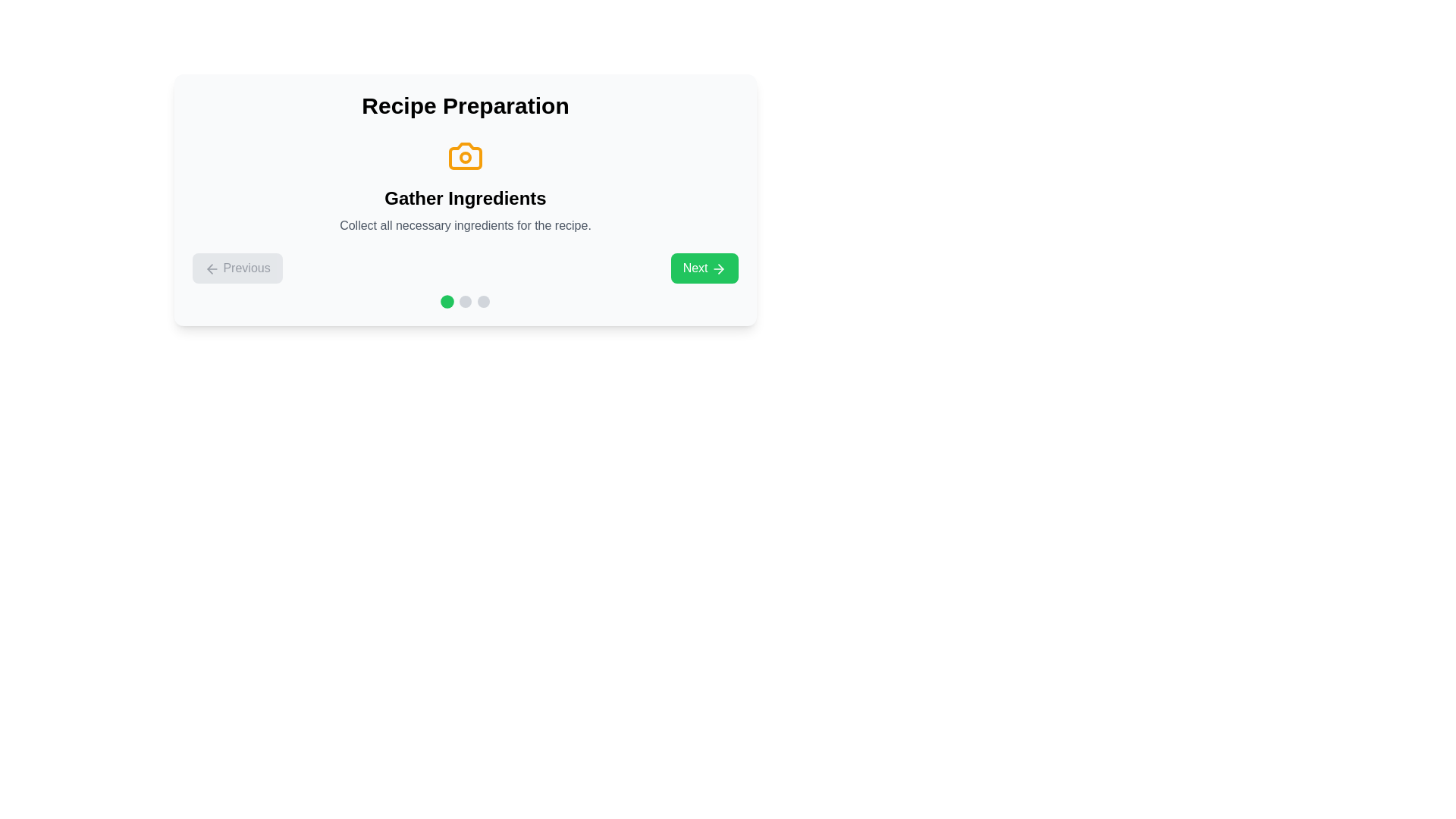 The image size is (1456, 819). I want to click on the arrow icon within the green 'Next' button, so click(720, 268).